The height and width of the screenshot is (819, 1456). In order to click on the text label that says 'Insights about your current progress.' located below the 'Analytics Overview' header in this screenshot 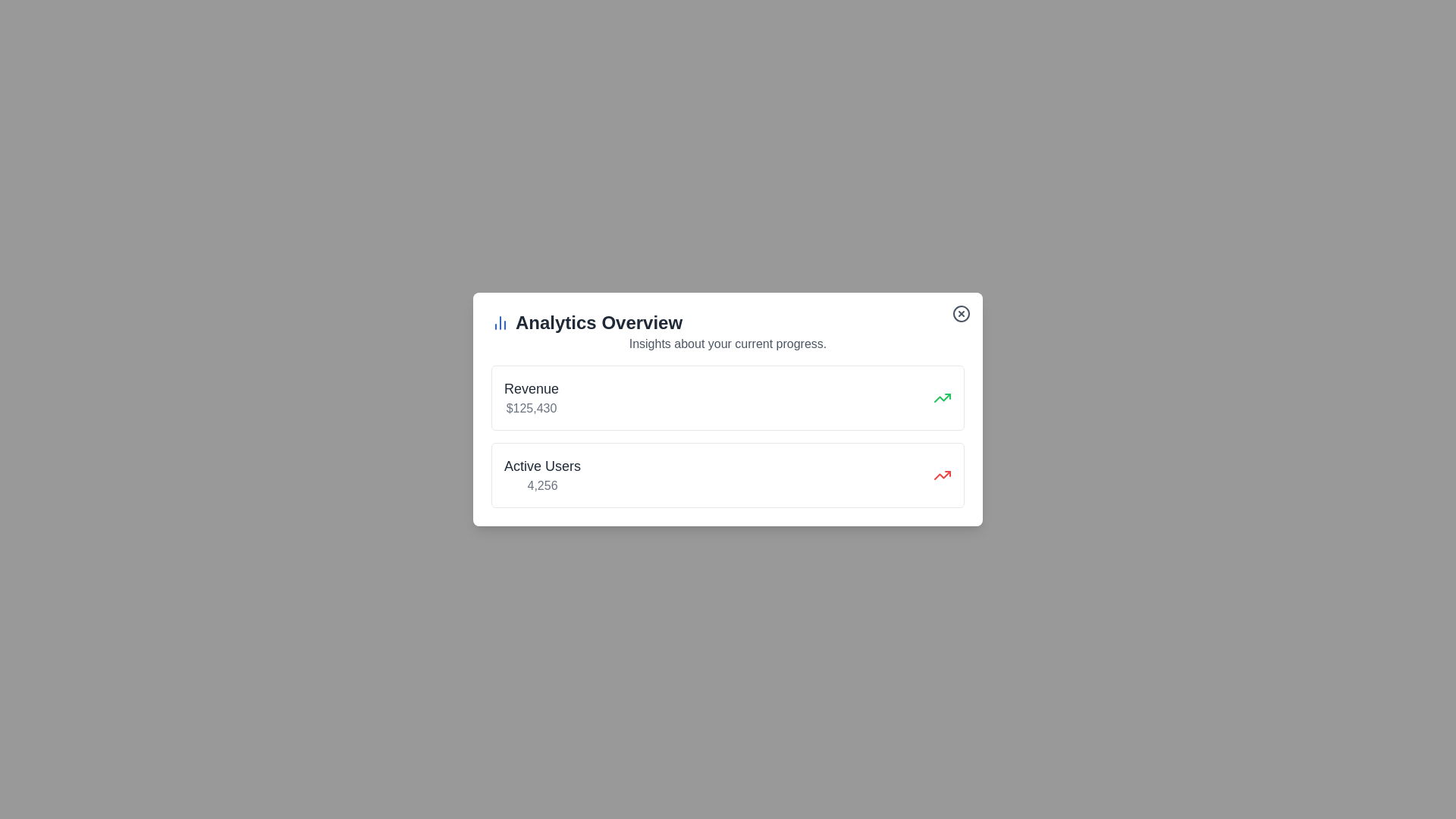, I will do `click(728, 344)`.